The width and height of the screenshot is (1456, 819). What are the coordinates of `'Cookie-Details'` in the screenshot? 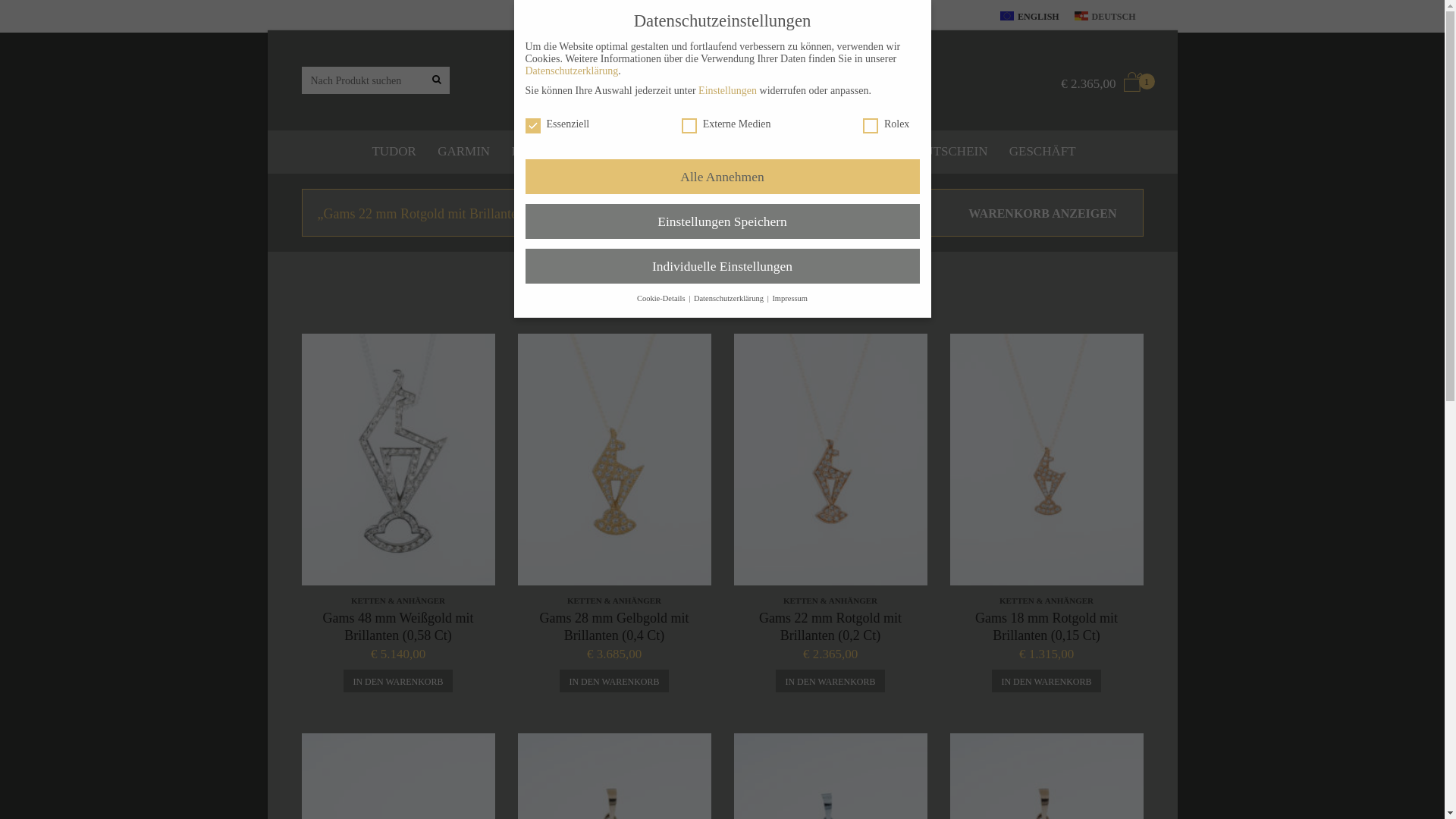 It's located at (637, 298).